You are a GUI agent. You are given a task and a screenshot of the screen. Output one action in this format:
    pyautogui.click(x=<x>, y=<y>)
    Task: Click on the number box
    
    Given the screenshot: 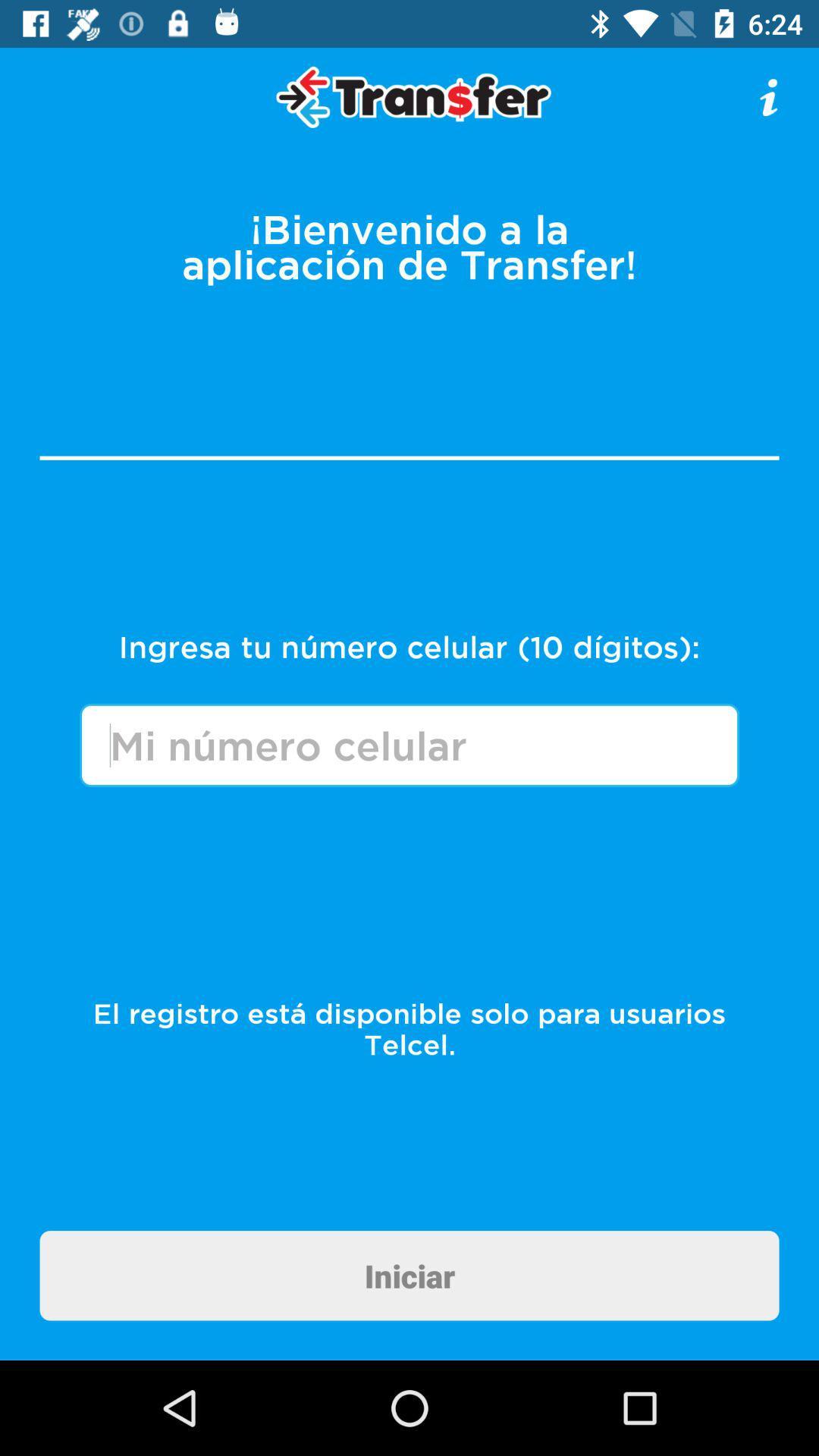 What is the action you would take?
    pyautogui.click(x=409, y=745)
    